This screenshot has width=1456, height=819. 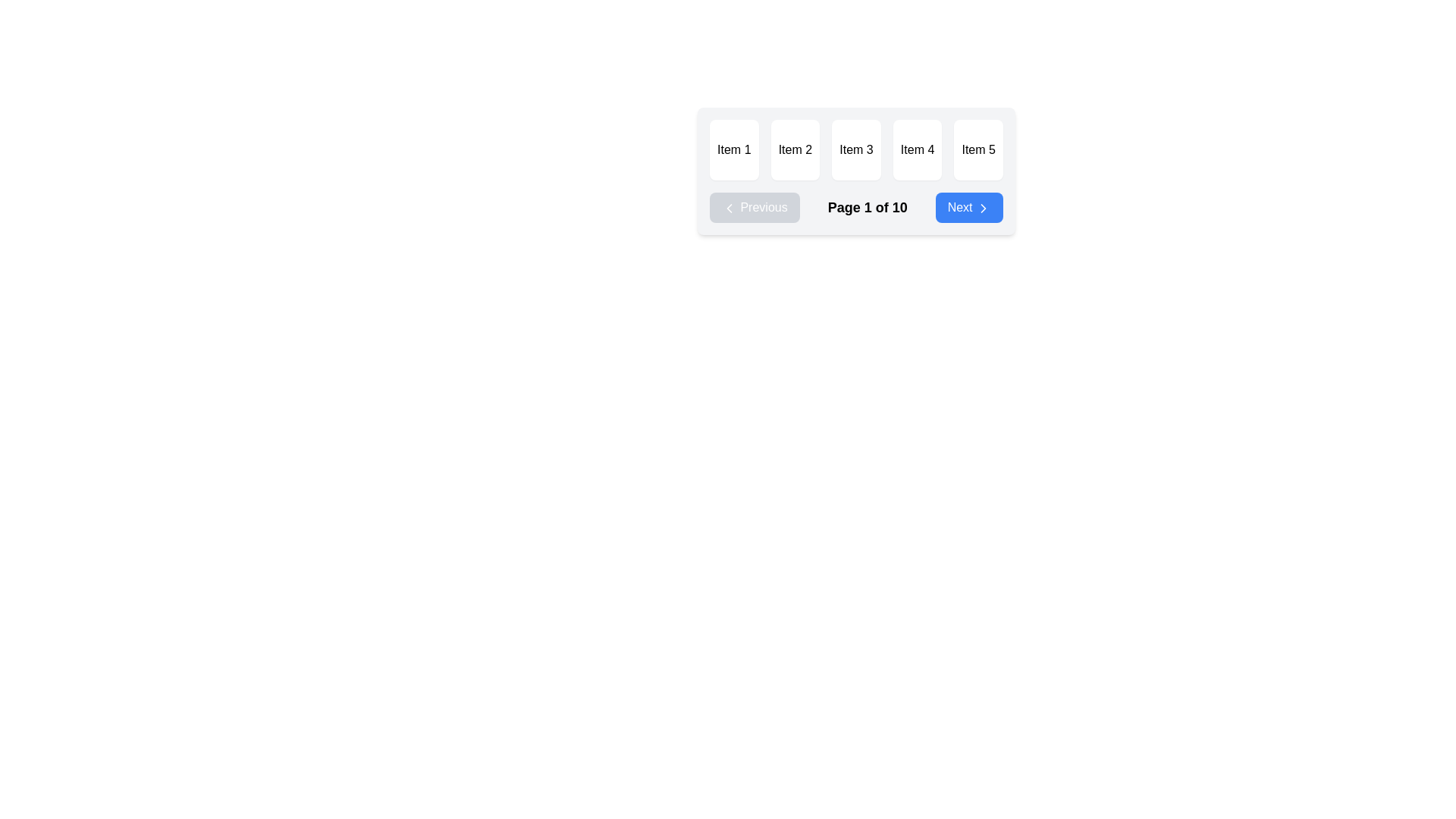 What do you see at coordinates (916, 149) in the screenshot?
I see `the selectable option labeled 'Item 4', which is the fourth item in a horizontally arranged grid of five components, located between 'Item 3' and 'Item 5'` at bounding box center [916, 149].